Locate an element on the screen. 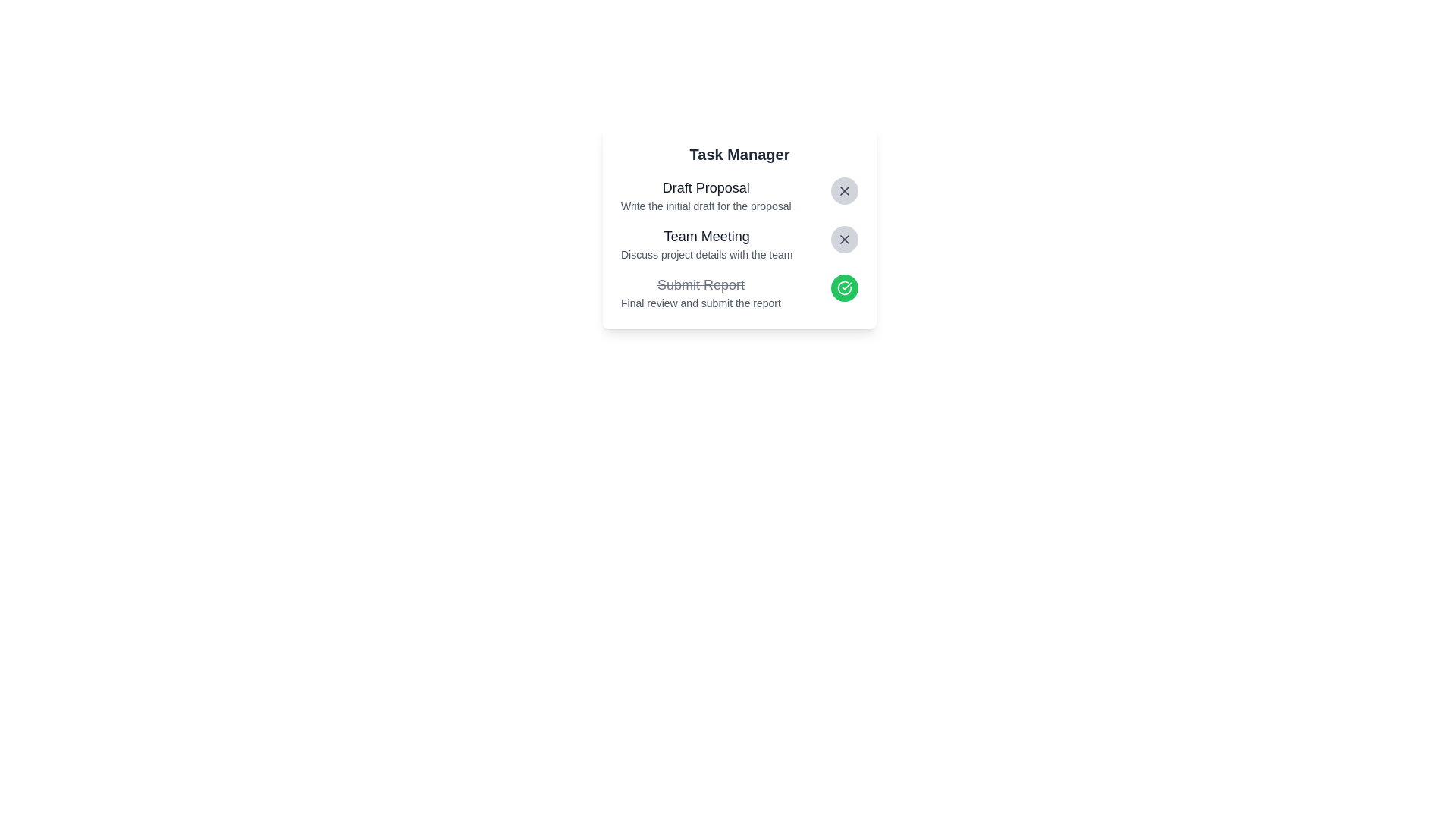 This screenshot has height=819, width=1456. the text element displaying 'Final review and submit the report', which is styled in muted gray and positioned below the crossed out 'Submit Report' is located at coordinates (700, 303).